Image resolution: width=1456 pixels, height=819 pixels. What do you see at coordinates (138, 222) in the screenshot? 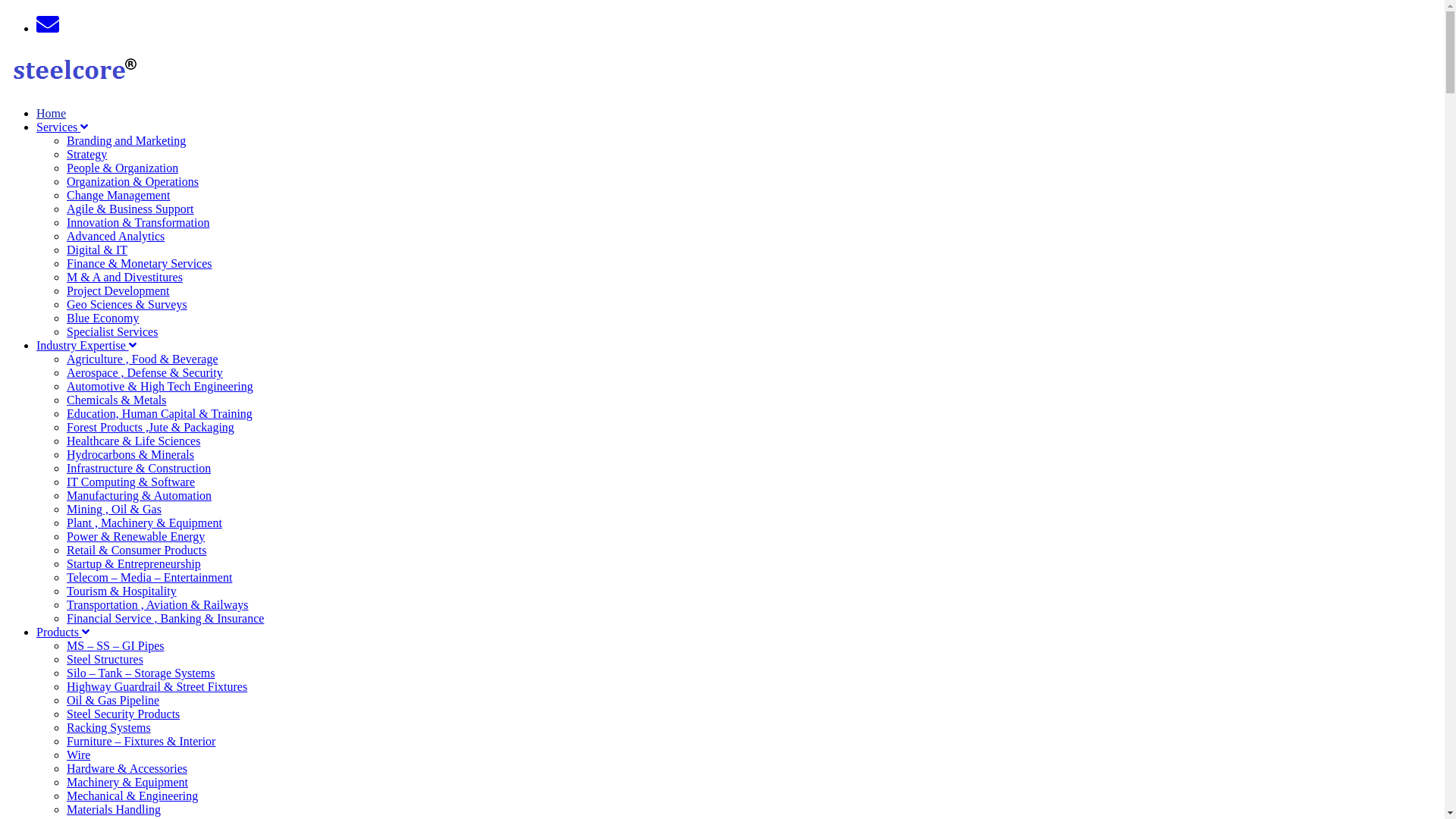
I see `'Innovation & Transformation'` at bounding box center [138, 222].